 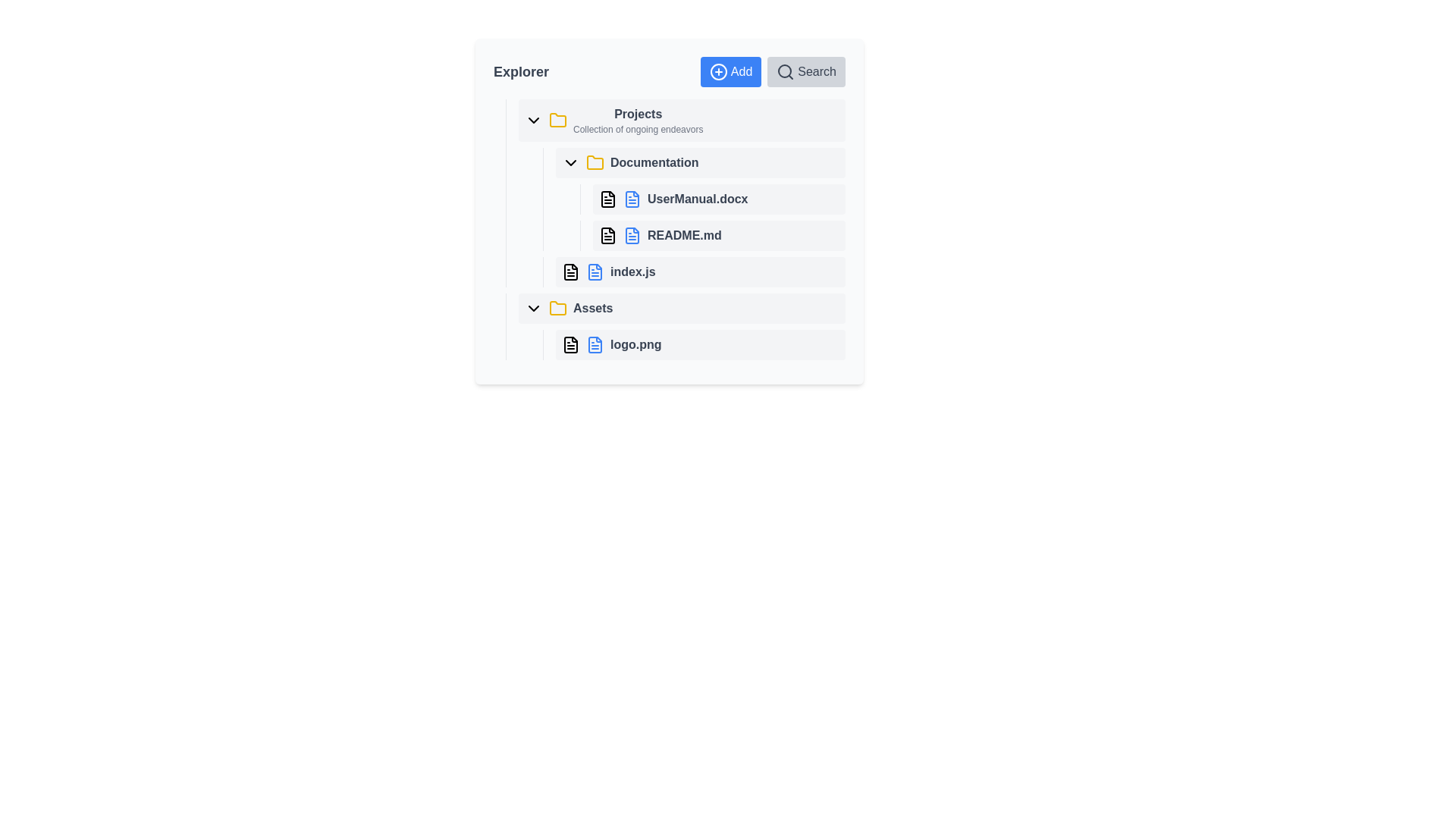 What do you see at coordinates (687, 345) in the screenshot?
I see `the file item labeled 'logo.png' located under the 'Assets' folder in the file explorer` at bounding box center [687, 345].